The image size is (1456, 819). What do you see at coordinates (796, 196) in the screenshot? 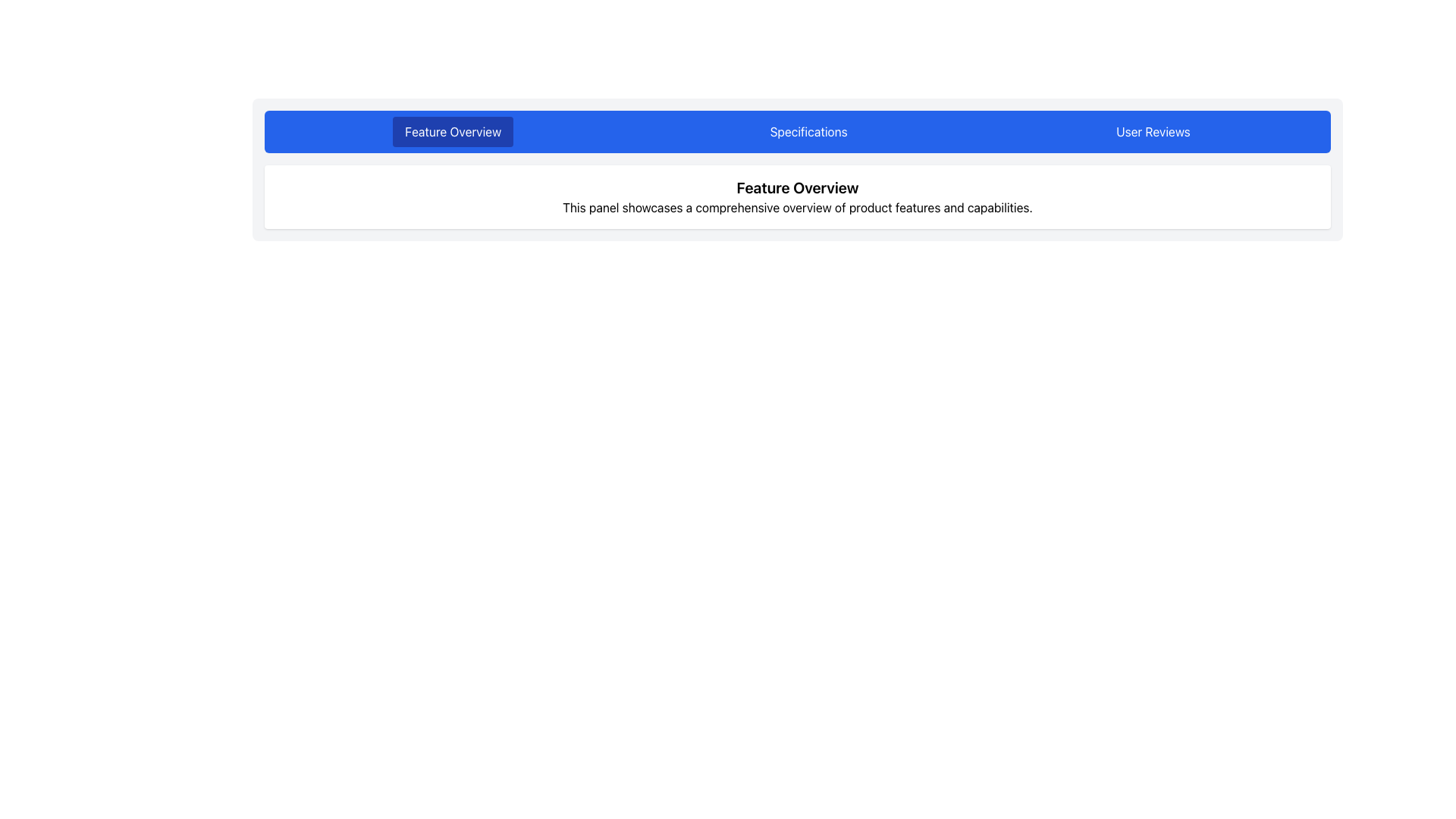
I see `the Informational Panel that displays a summary of product features and capabilities, located centrally below the navigation bar` at bounding box center [796, 196].